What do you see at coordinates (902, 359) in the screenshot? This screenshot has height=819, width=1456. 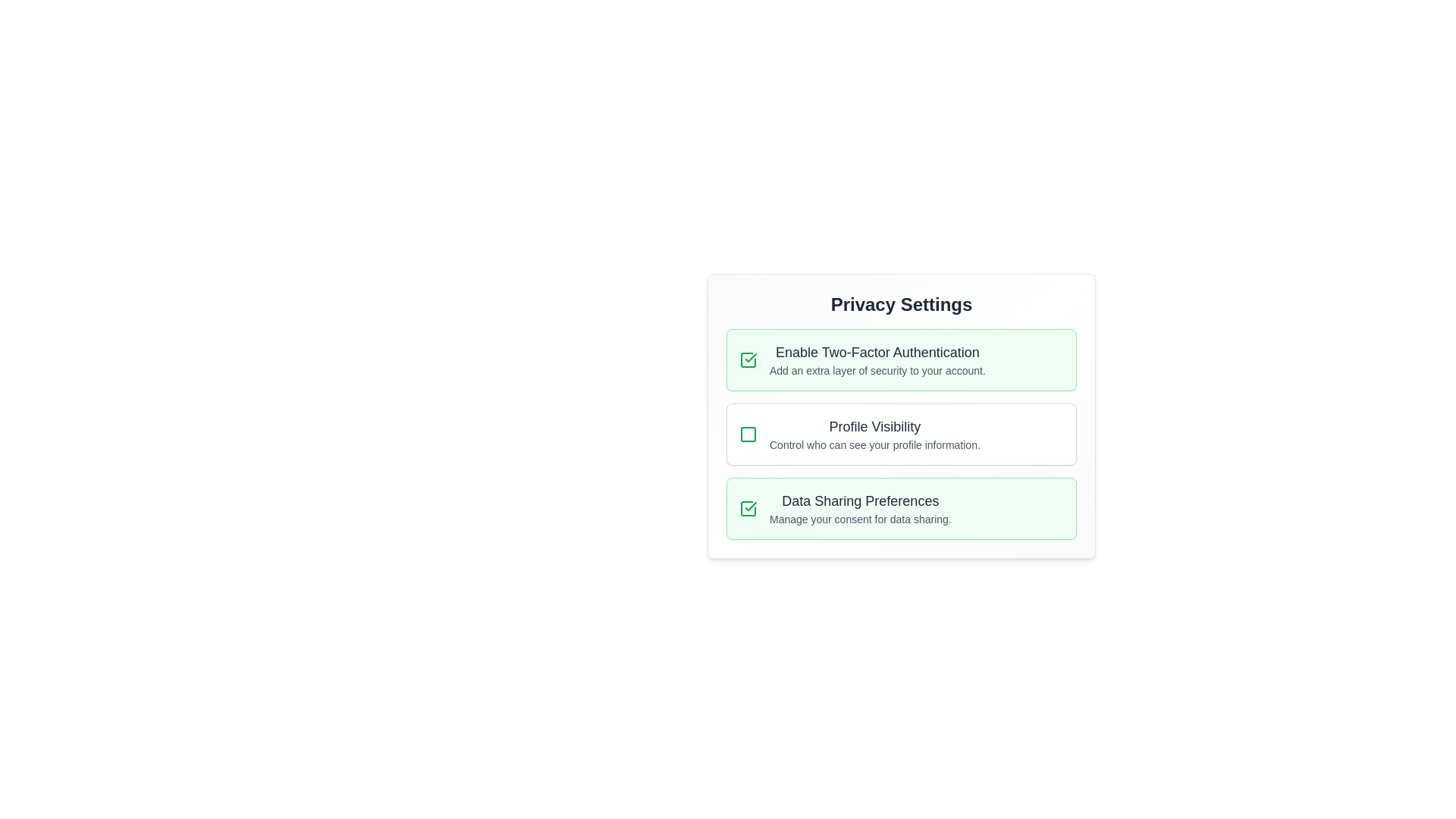 I see `the first selectable list item in the 'Privacy Settings' section that manages Two-Factor Authentication` at bounding box center [902, 359].